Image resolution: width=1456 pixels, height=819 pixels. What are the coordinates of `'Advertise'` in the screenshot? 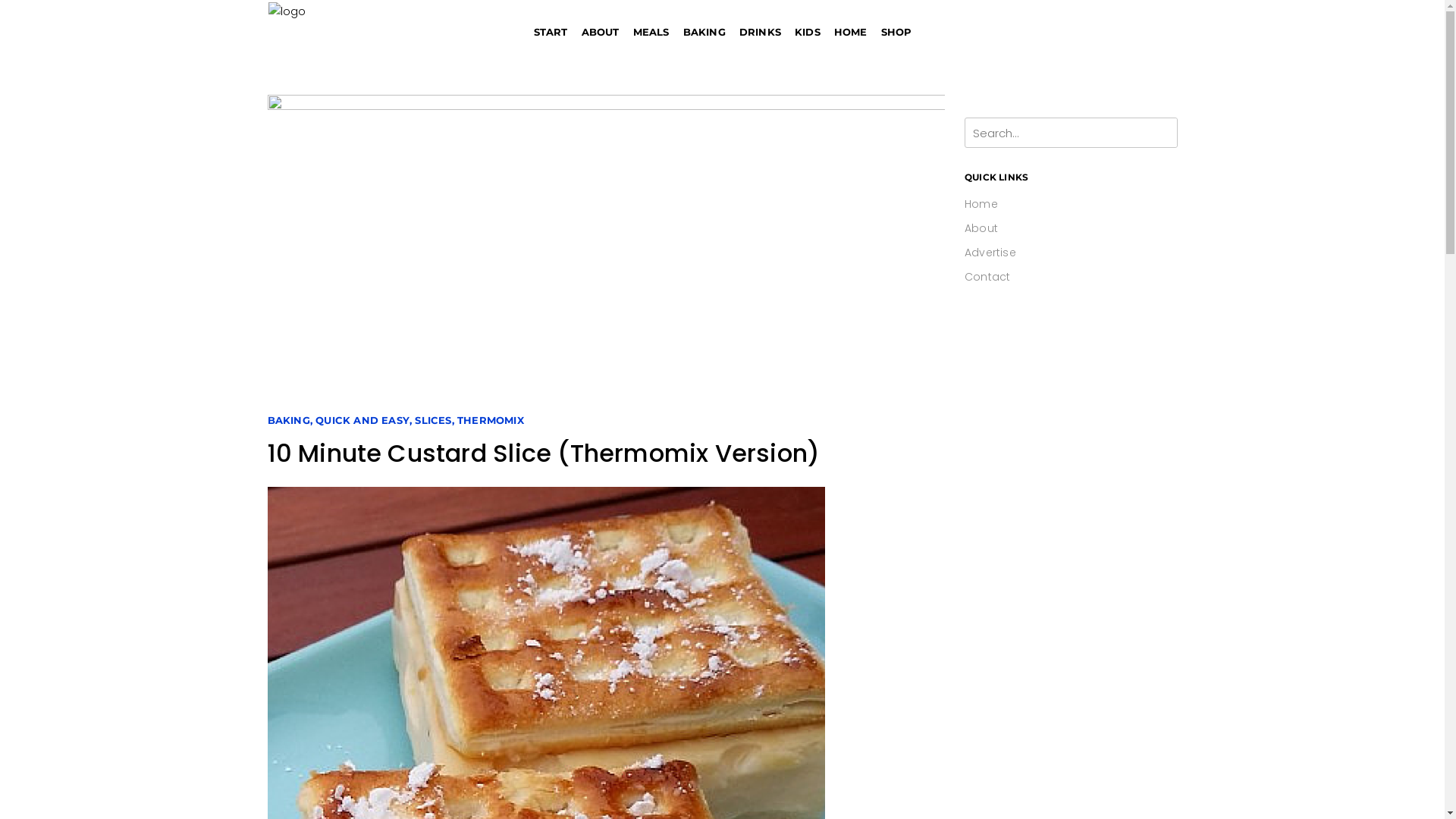 It's located at (990, 251).